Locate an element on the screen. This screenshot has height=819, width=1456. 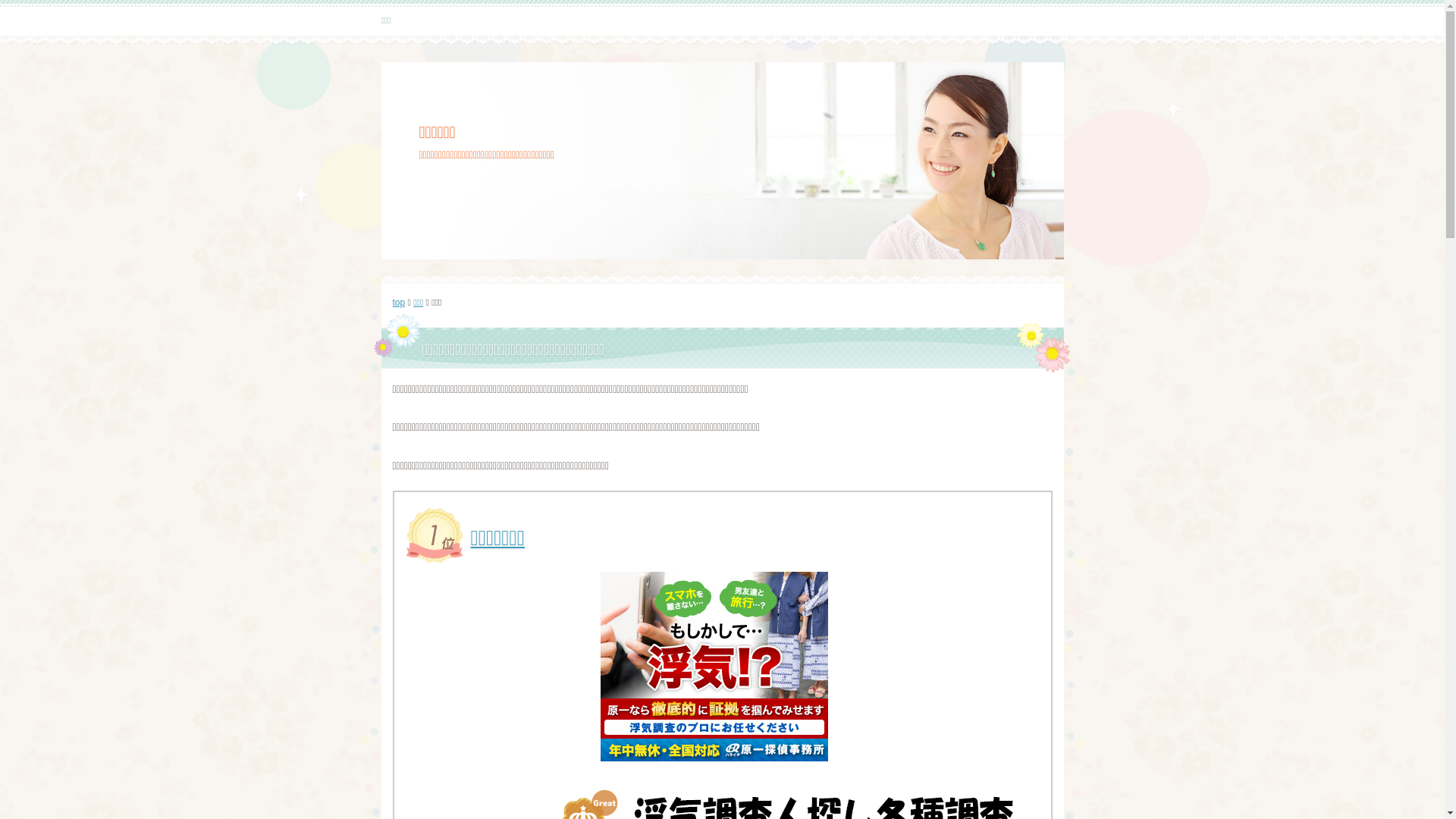
'top' is located at coordinates (393, 302).